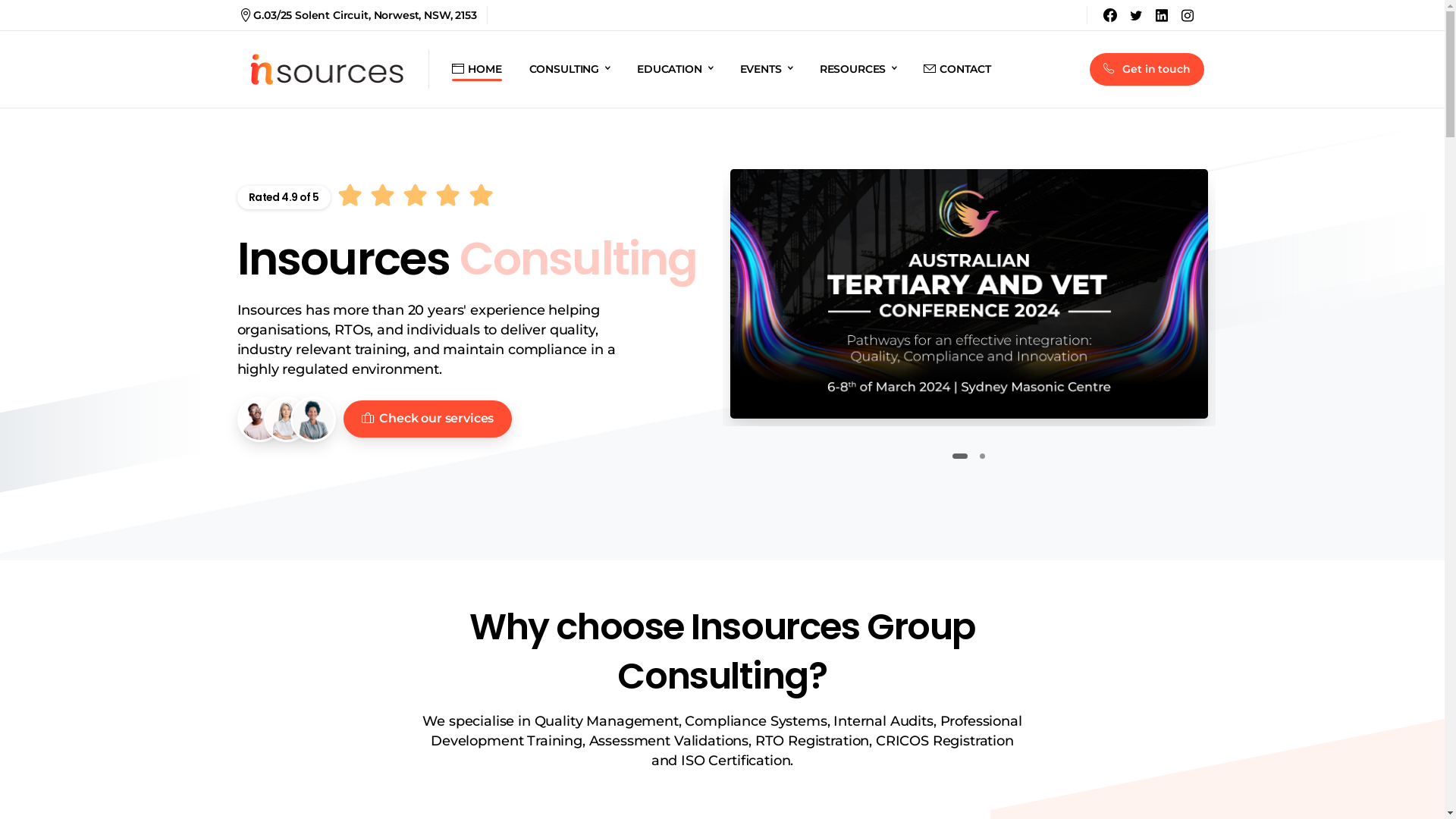  I want to click on 'Facebook', so click(1110, 14).